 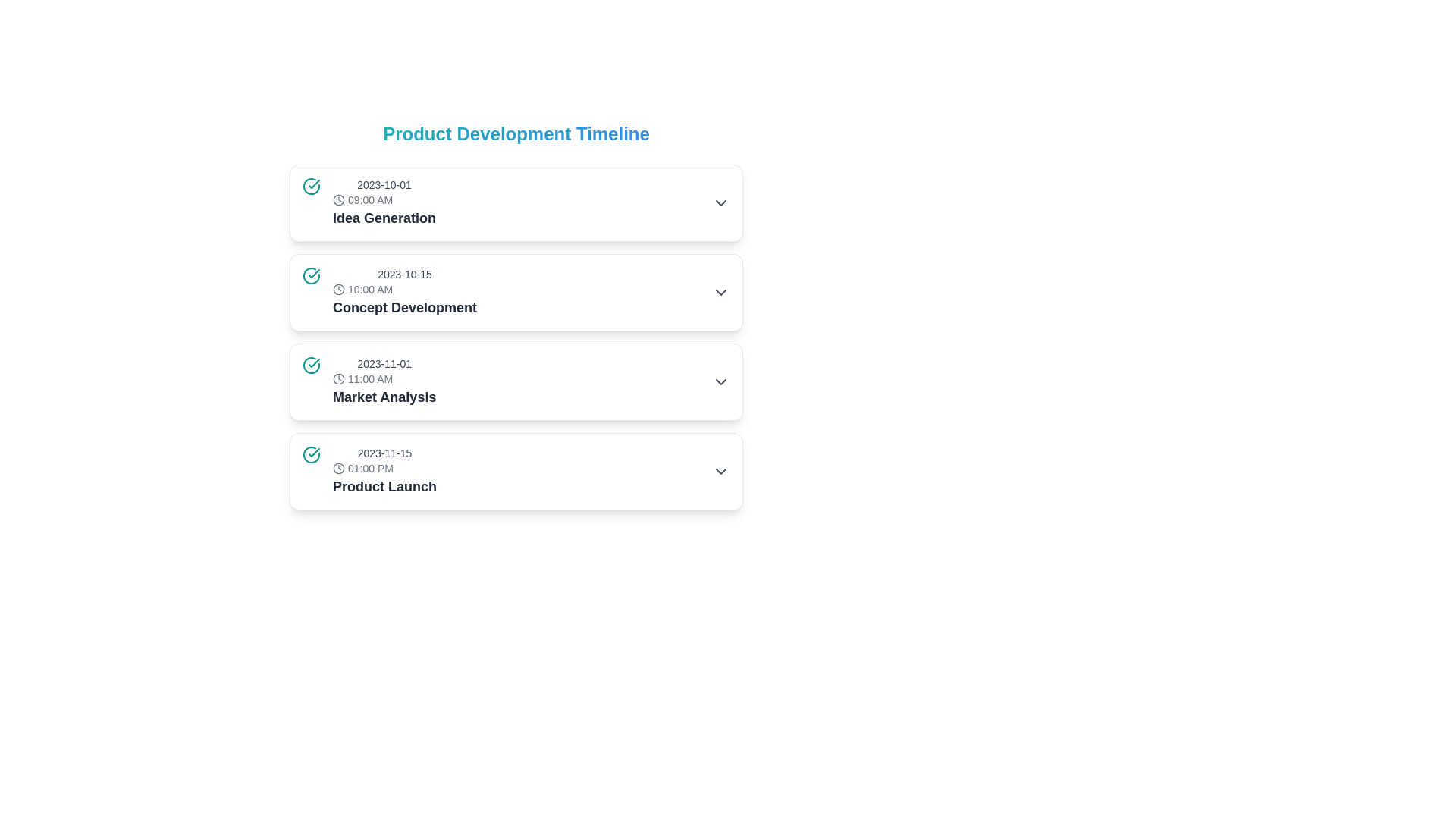 I want to click on the 'Idea Generation' text label, which is a bold, large, dark gray header located below the time and date in the first task section of the timeline interface, so click(x=384, y=218).